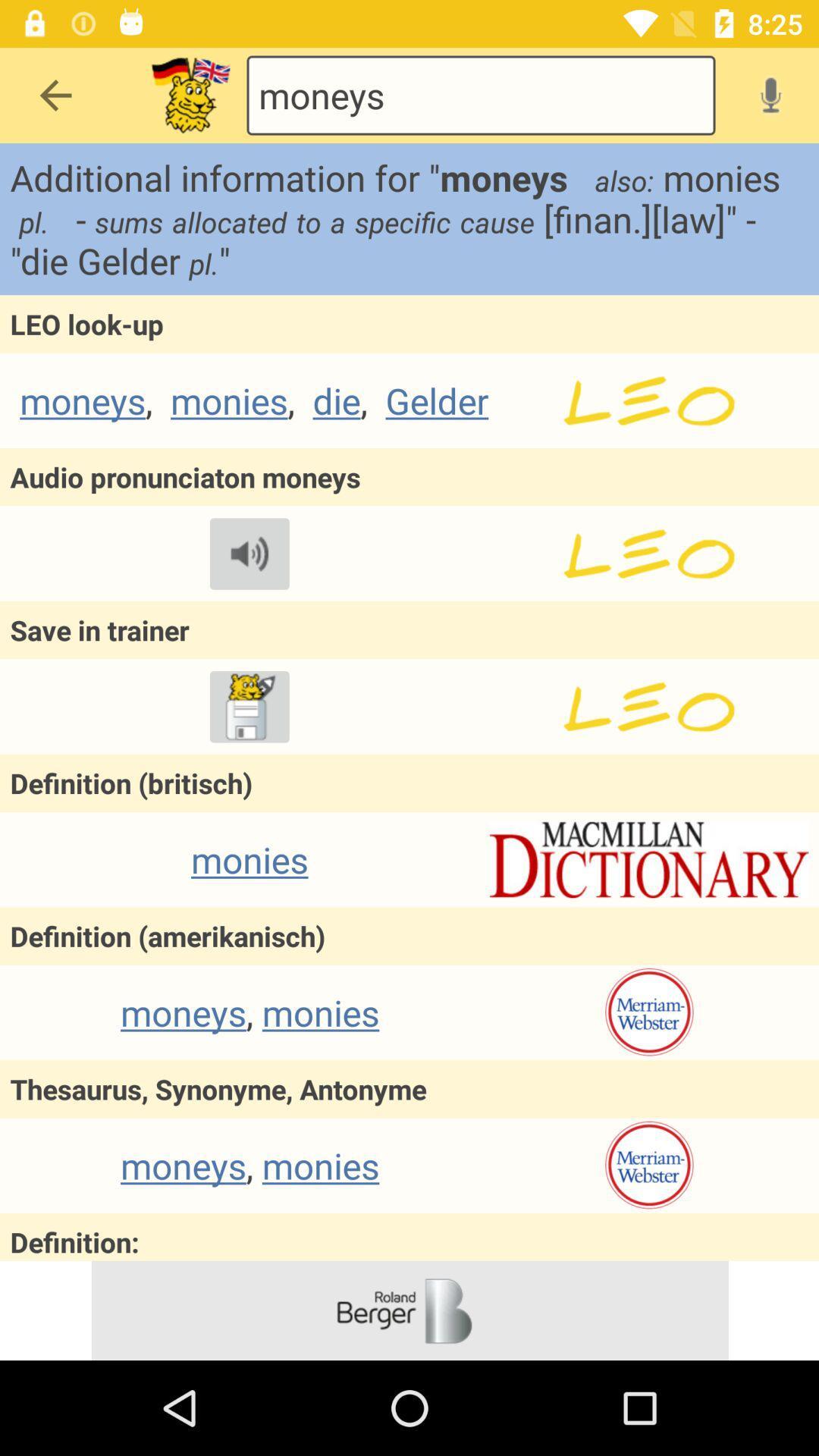 The image size is (819, 1456). What do you see at coordinates (249, 706) in the screenshot?
I see `trainer option` at bounding box center [249, 706].